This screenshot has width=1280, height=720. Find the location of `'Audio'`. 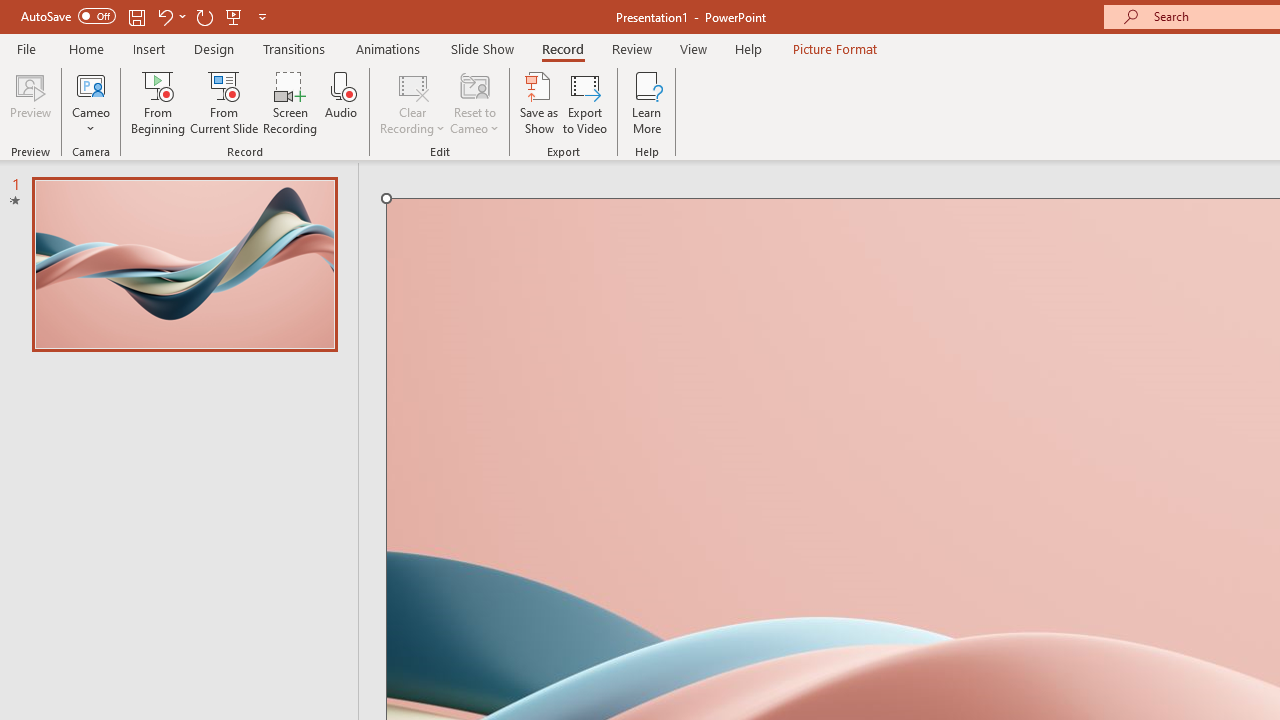

'Audio' is located at coordinates (341, 103).